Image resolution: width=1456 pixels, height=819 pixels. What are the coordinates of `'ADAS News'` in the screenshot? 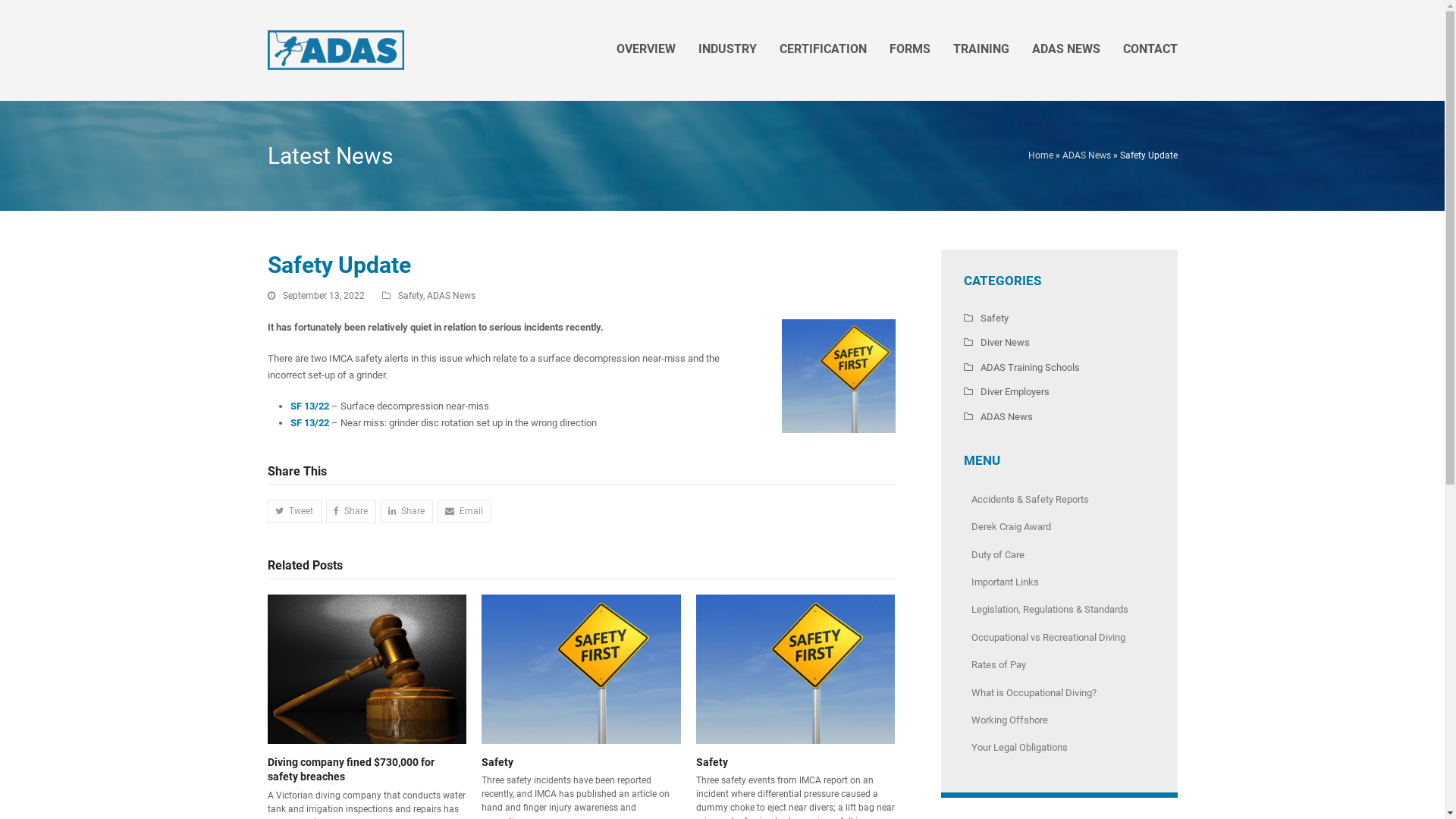 It's located at (997, 416).